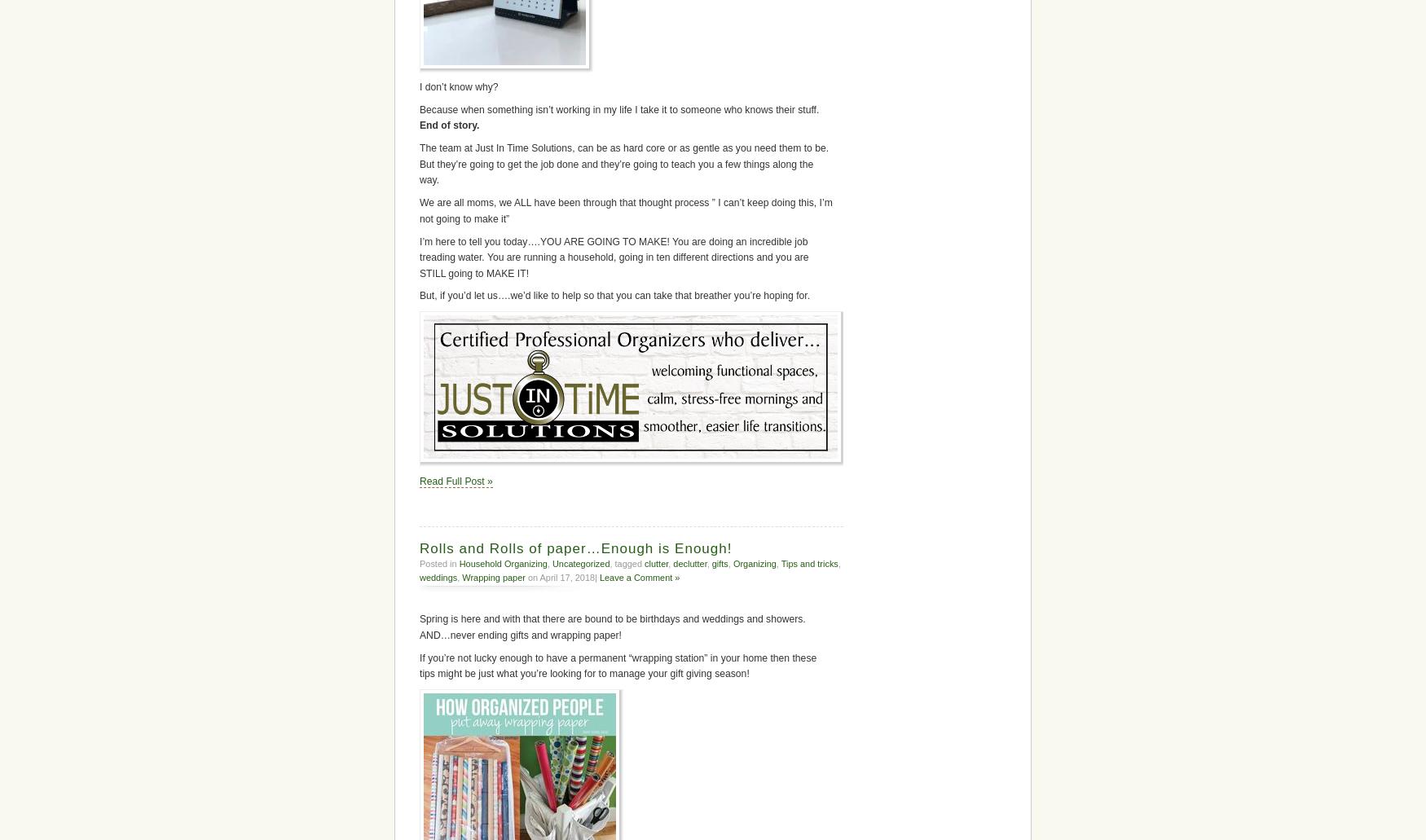 Image resolution: width=1426 pixels, height=840 pixels. I want to click on 'But, if you’d let us….we’d like to help so that you can take that breather you’re hoping for.', so click(614, 295).